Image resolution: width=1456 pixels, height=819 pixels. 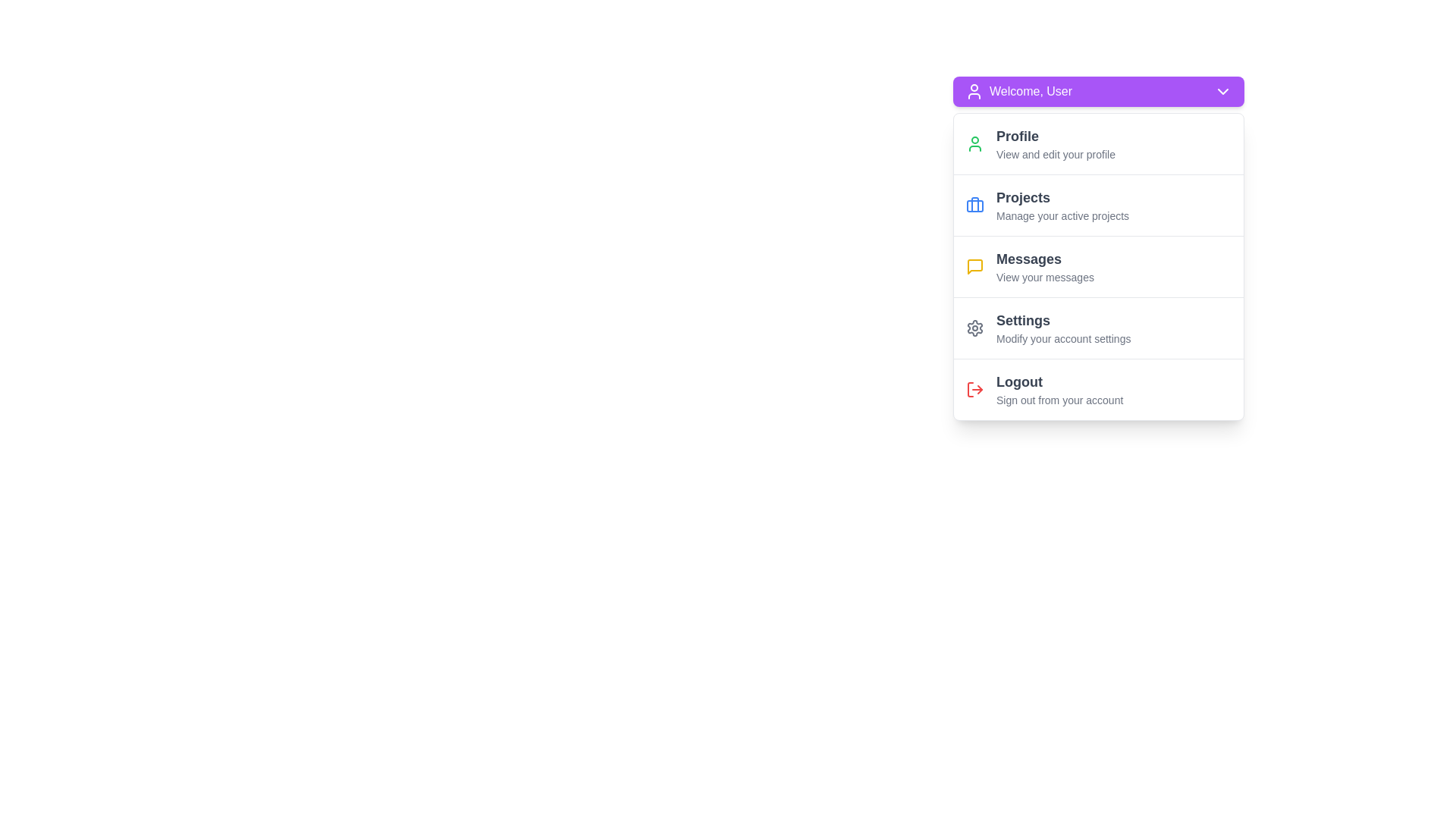 I want to click on the text label 'Modify your account settings' located below the 'Settings' title in the vertical navigation menu, so click(x=1062, y=338).